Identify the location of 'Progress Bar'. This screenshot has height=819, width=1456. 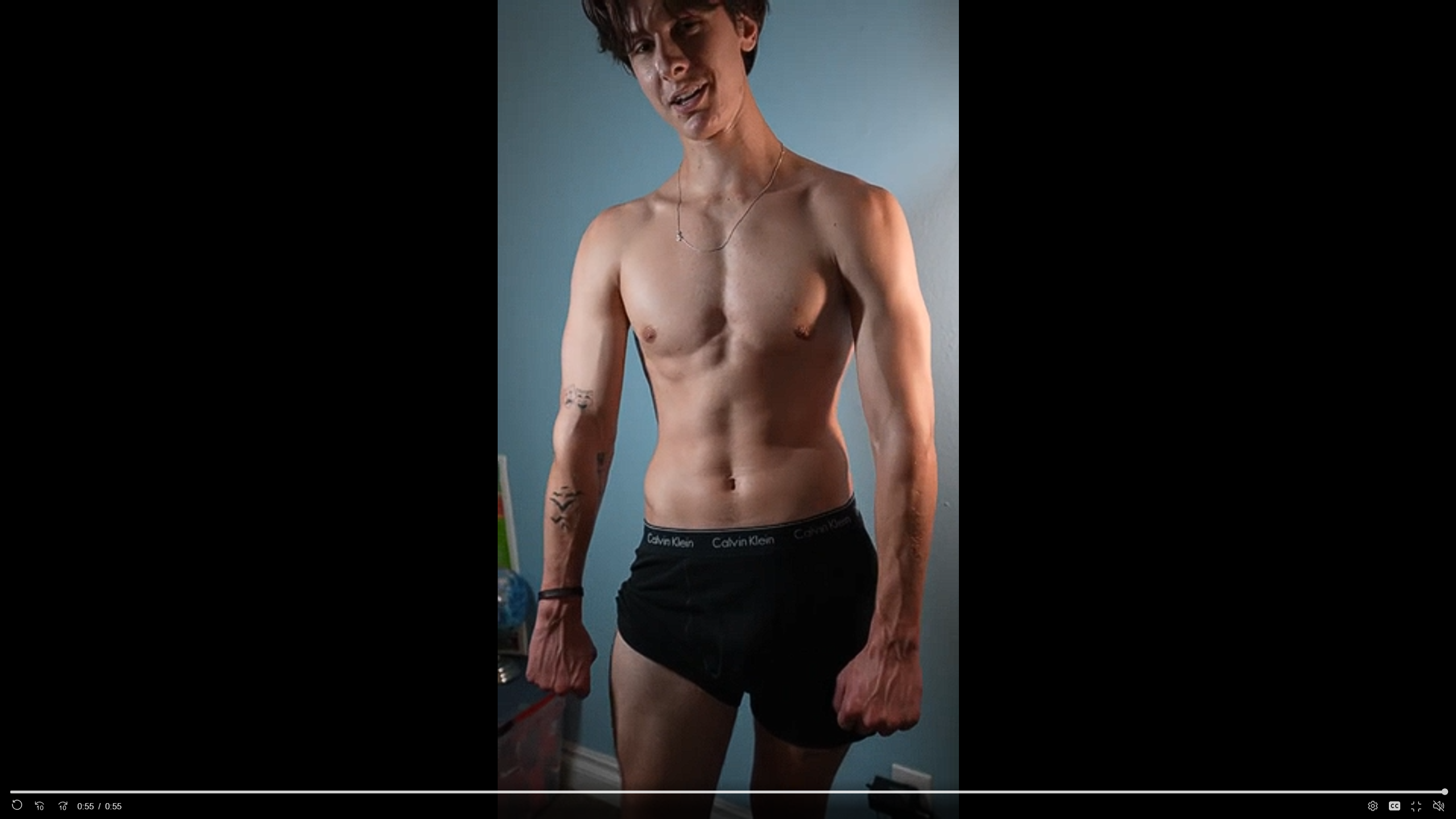
(728, 791).